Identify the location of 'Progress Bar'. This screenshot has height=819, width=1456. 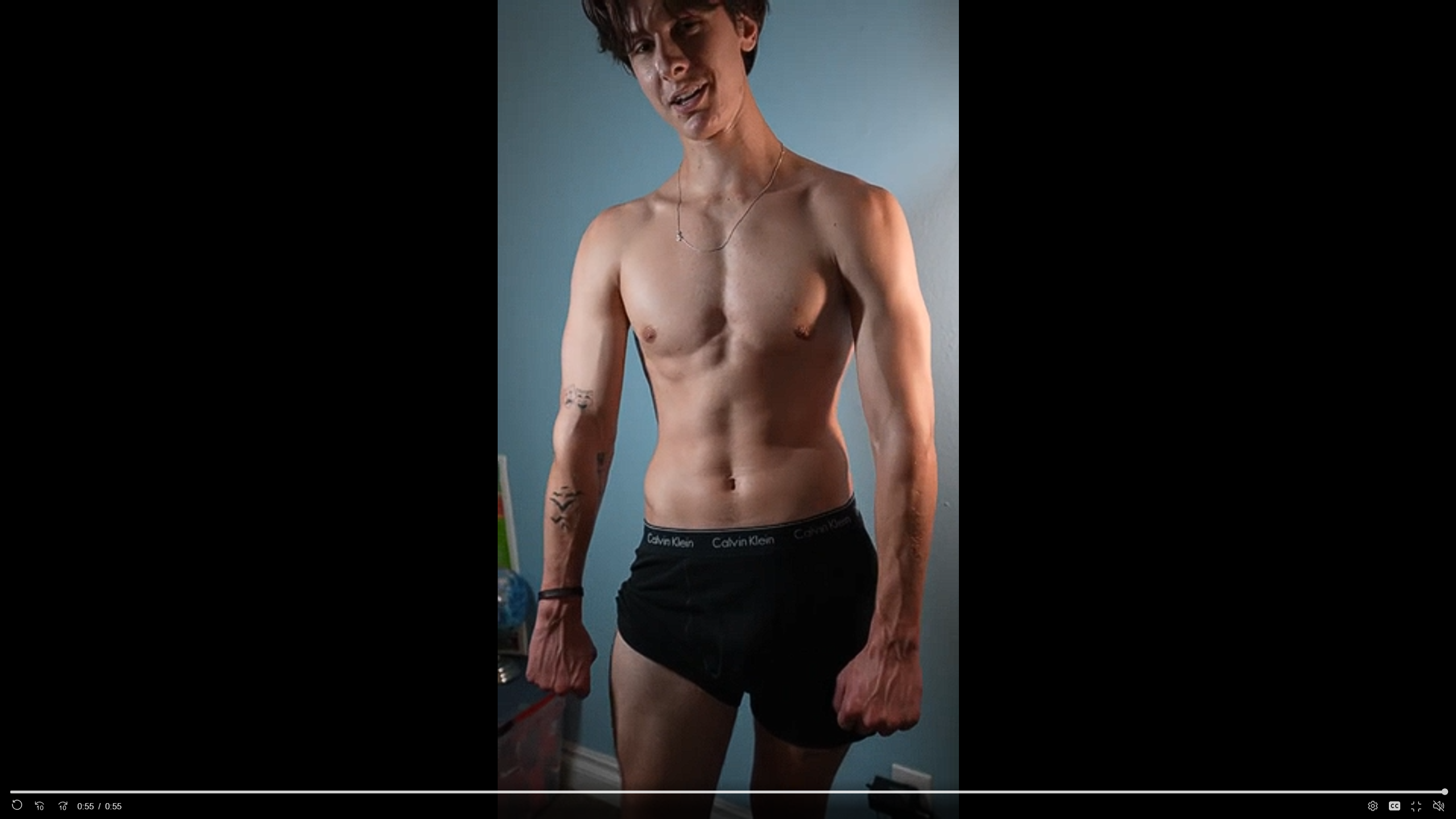
(728, 791).